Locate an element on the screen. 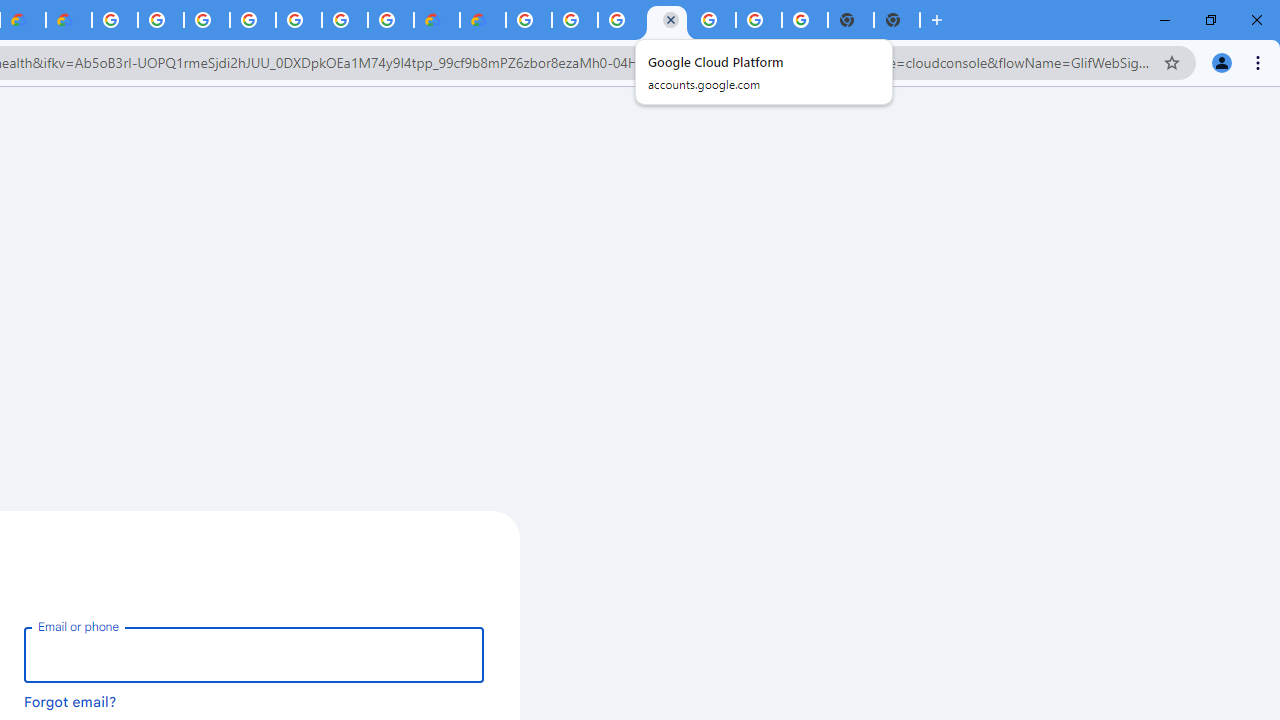  'Google Cloud Platform' is located at coordinates (712, 20).